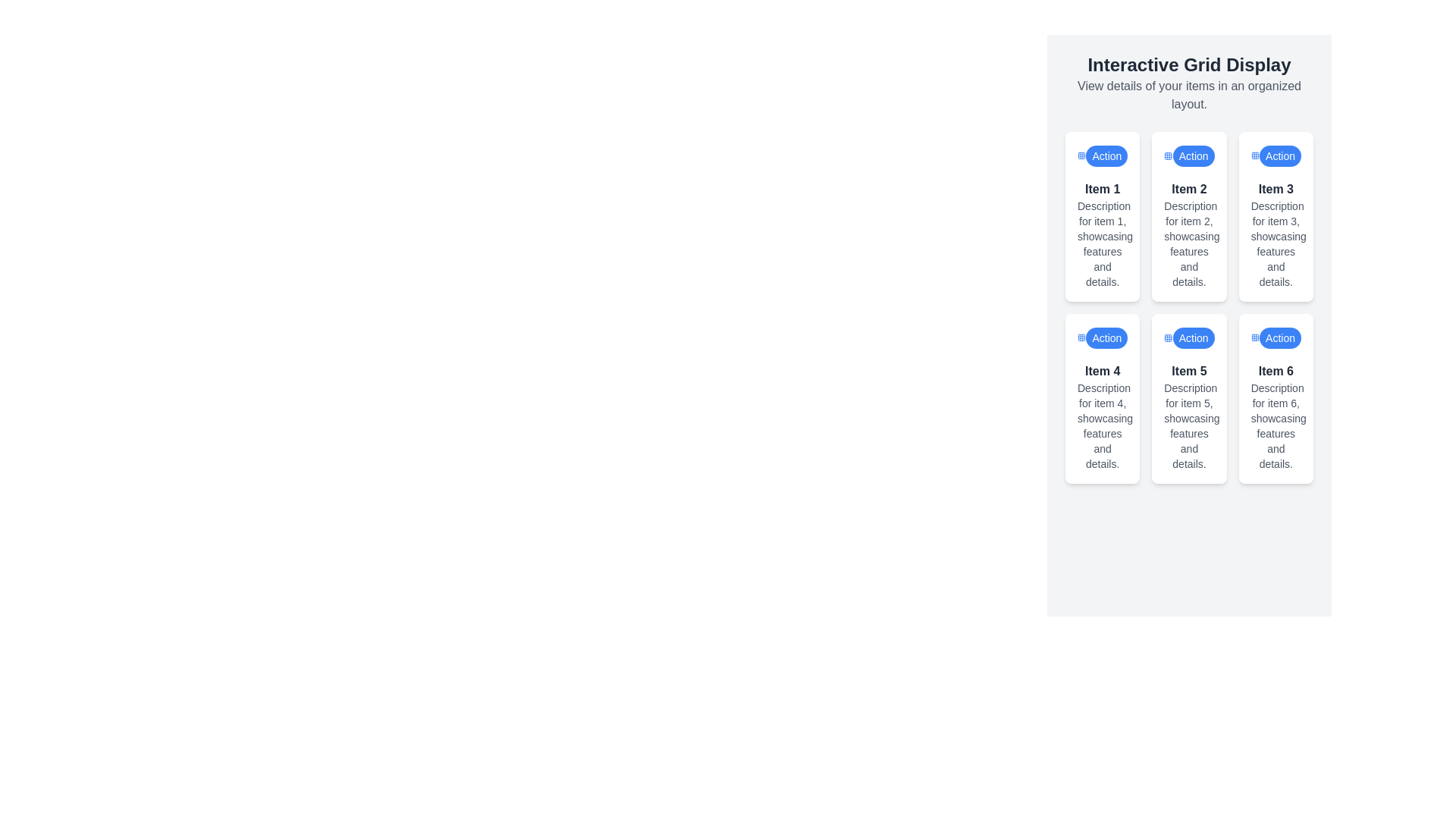  What do you see at coordinates (1188, 337) in the screenshot?
I see `the button located at the top-right corner of the 'Item 5' card` at bounding box center [1188, 337].